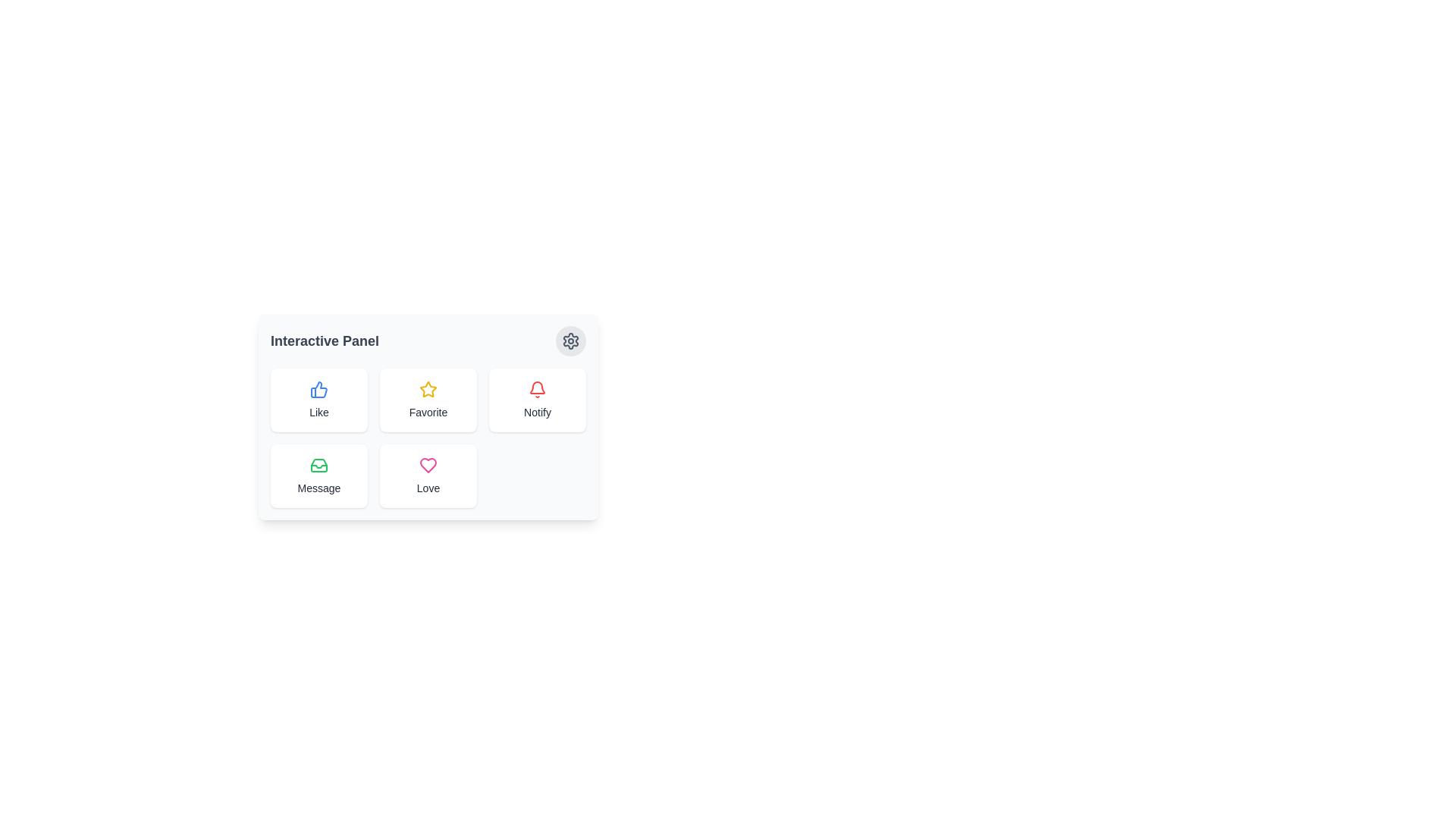 Image resolution: width=1456 pixels, height=819 pixels. What do you see at coordinates (428, 388) in the screenshot?
I see `the yellow star-shaped icon` at bounding box center [428, 388].